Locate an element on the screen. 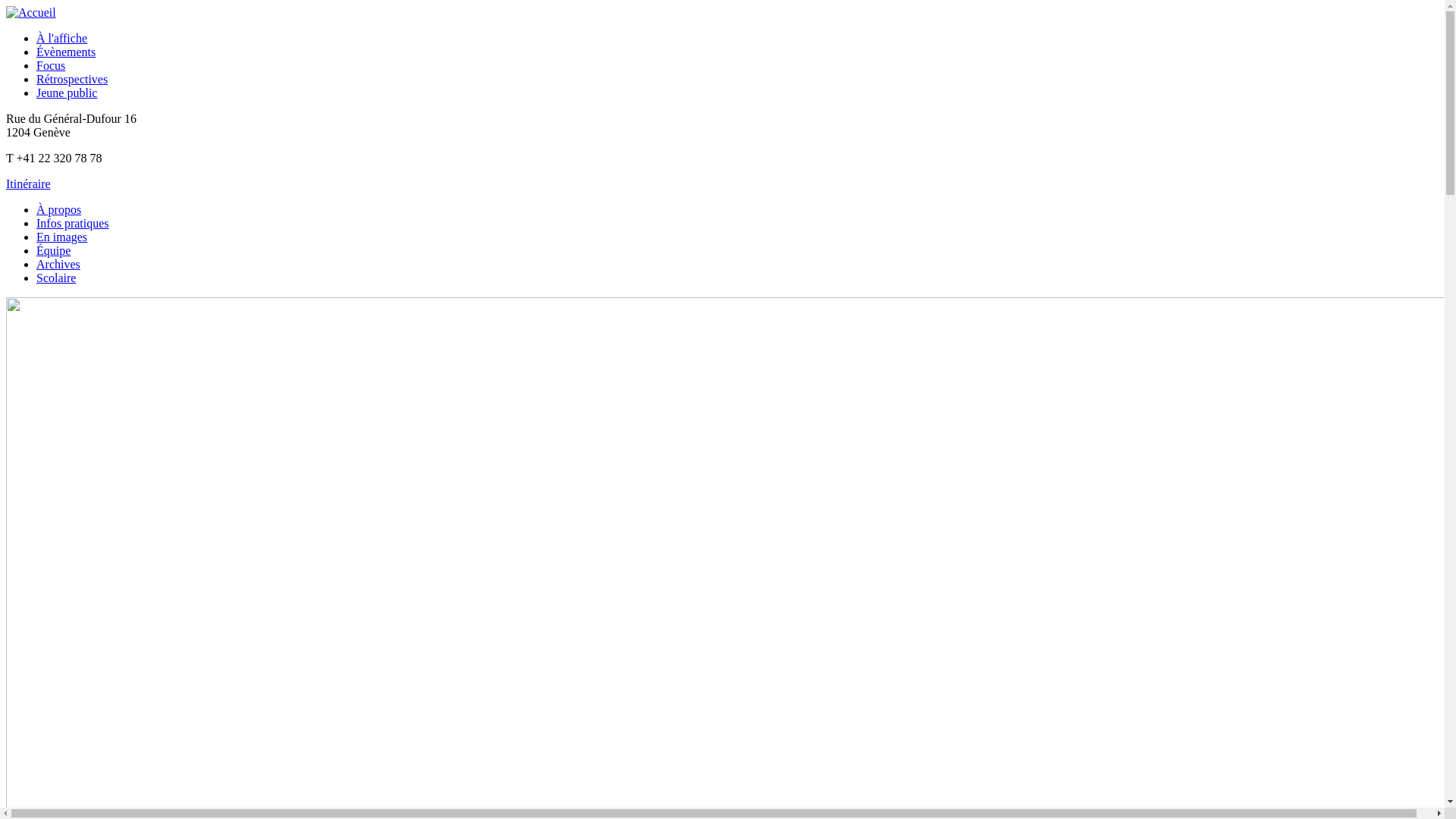  'Accueil' is located at coordinates (31, 12).